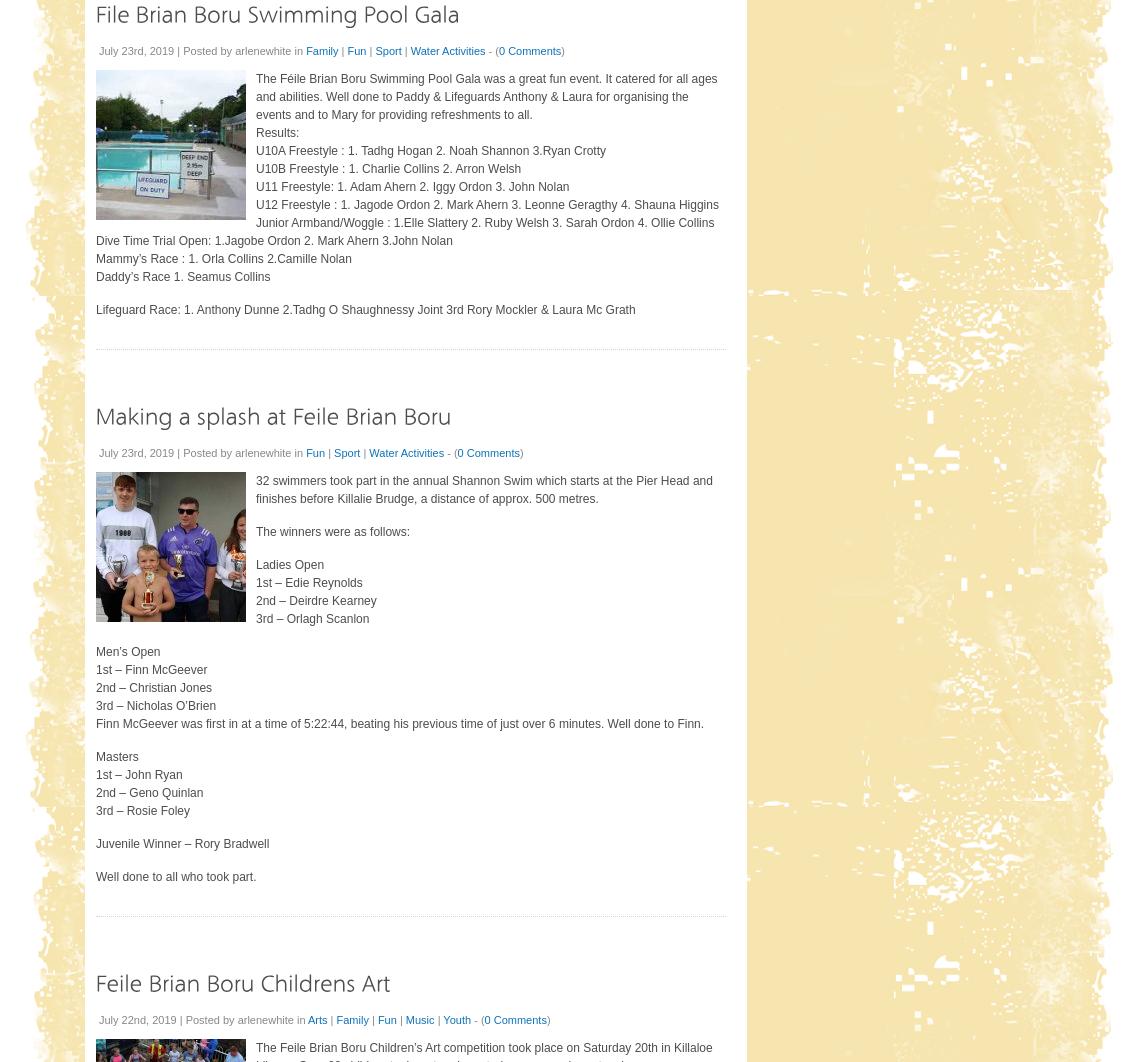 The height and width of the screenshot is (1062, 1140). Describe the element at coordinates (168, 1017) in the screenshot. I see `'July 22nd, 2019 | Posted by'` at that location.